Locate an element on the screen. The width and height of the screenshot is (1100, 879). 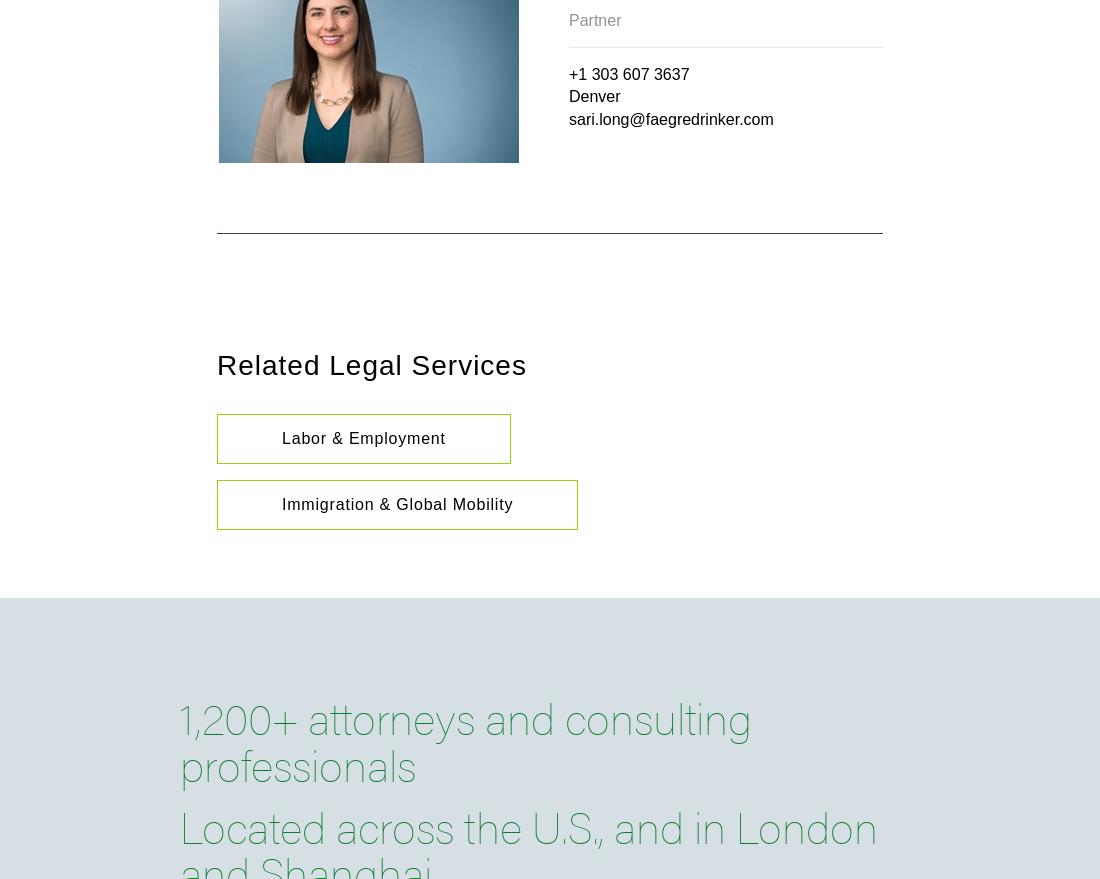
'Denver' is located at coordinates (593, 95).